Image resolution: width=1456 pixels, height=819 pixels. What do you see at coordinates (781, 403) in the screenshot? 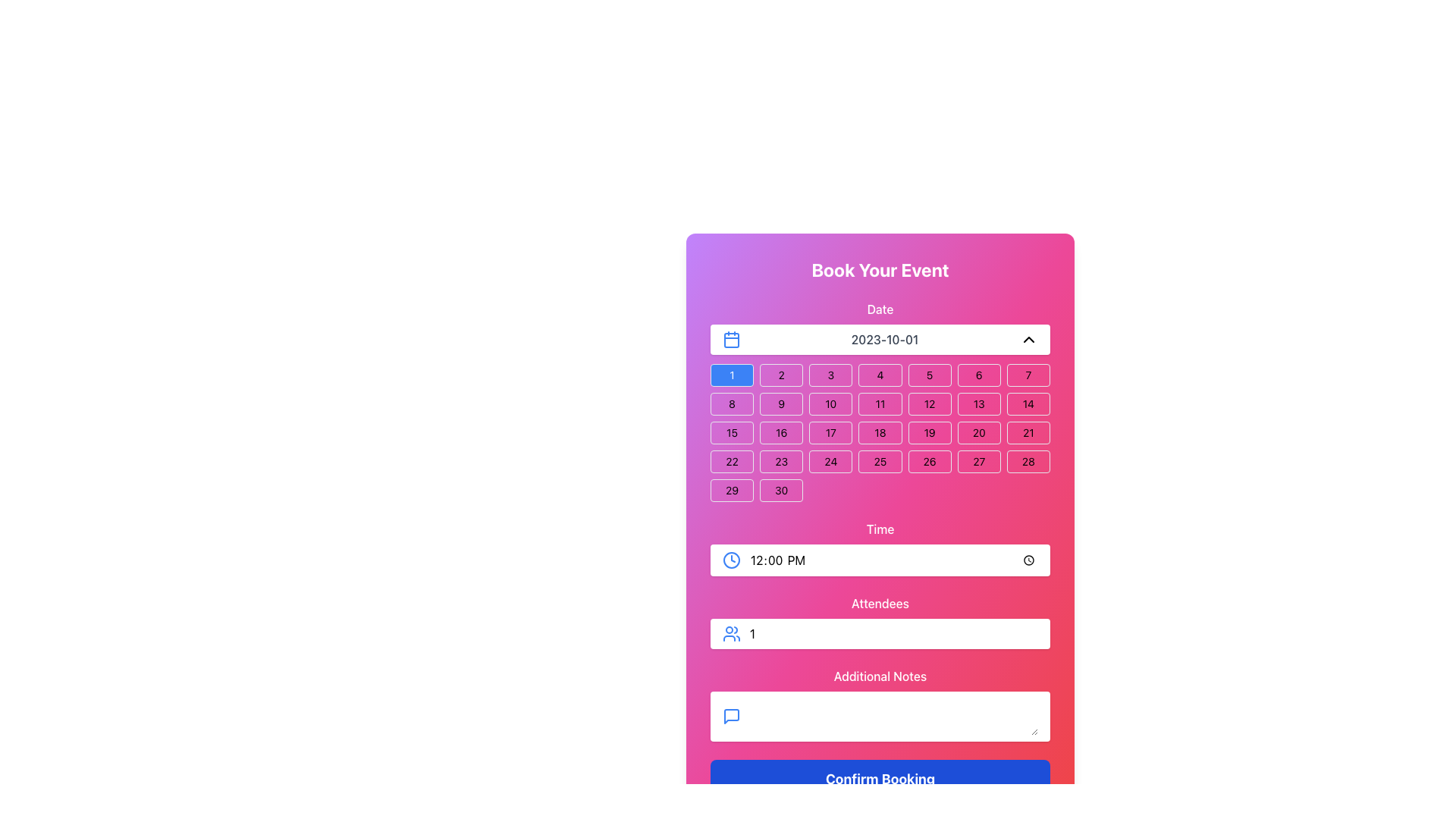
I see `the small rectangular button displaying the number '9' in the calendar grid layout of the 'Book Your Event' interface` at bounding box center [781, 403].